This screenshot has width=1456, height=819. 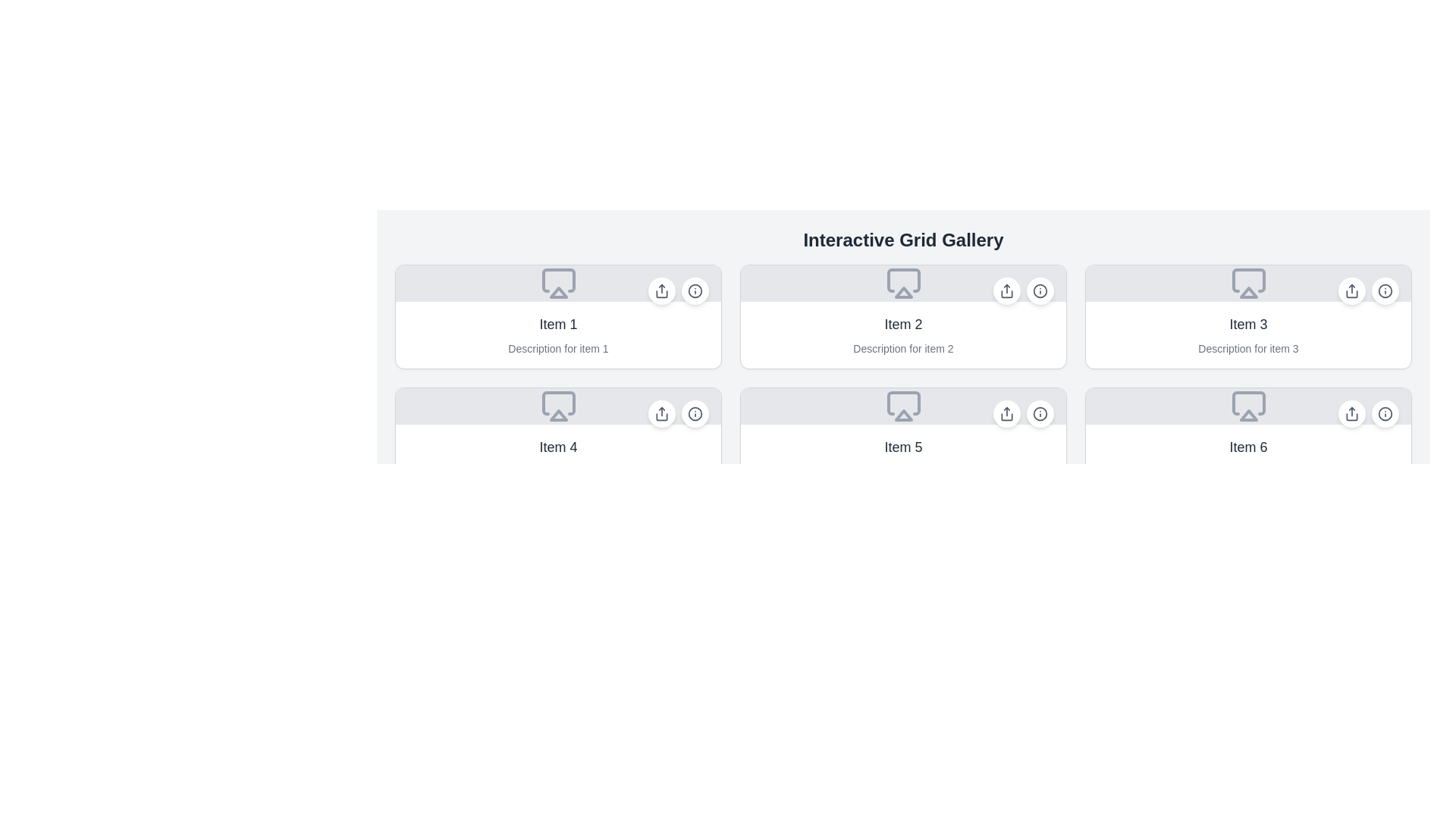 What do you see at coordinates (694, 414) in the screenshot?
I see `the information button located in the top-right corner of the grid cell labeled 'Item 4'` at bounding box center [694, 414].